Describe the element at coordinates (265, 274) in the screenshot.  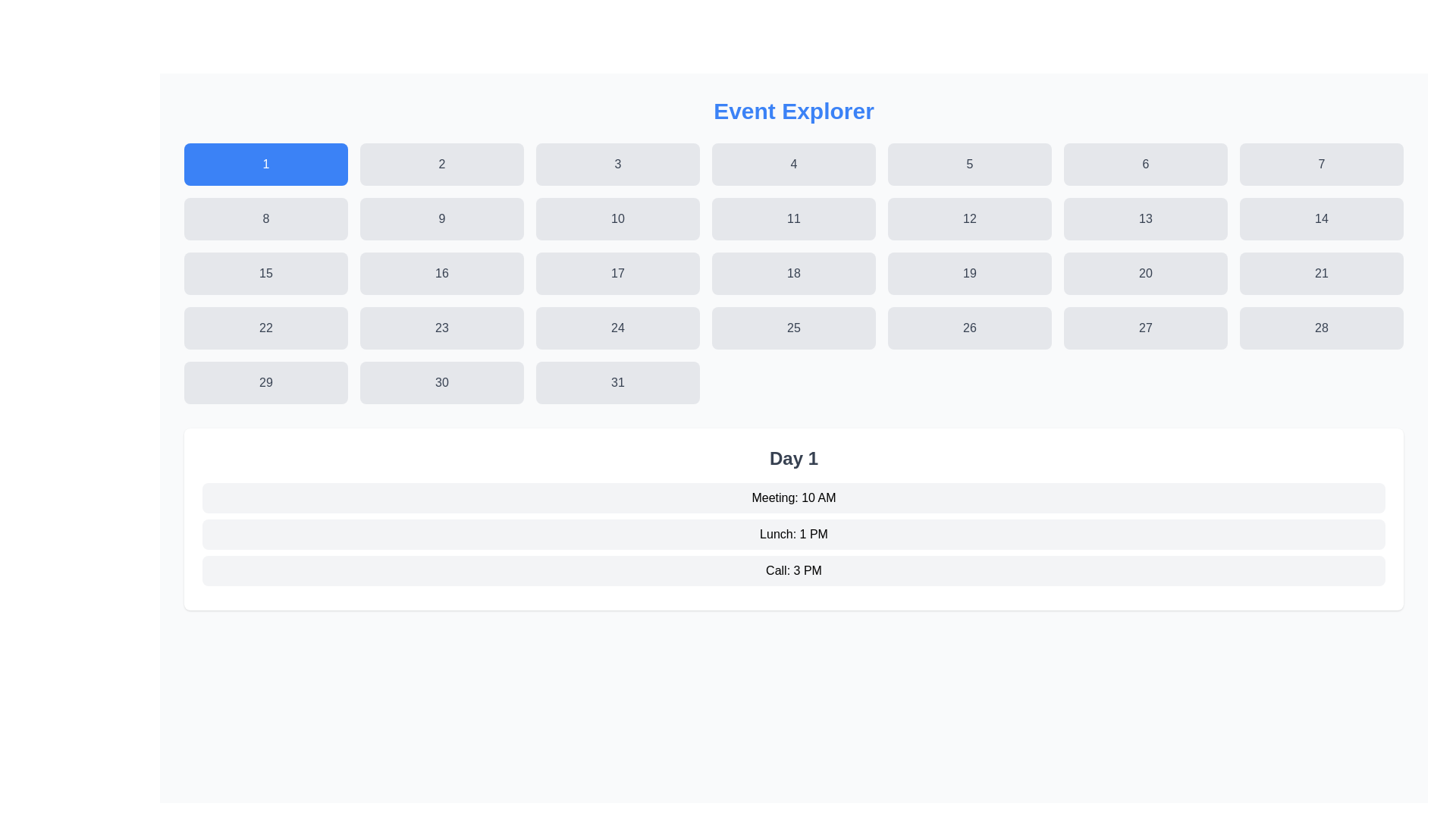
I see `the button displaying the number '15', which is a rounded rectangular shape filled with light gray color, located in the third row and first column of a 7-column grid layout` at that location.